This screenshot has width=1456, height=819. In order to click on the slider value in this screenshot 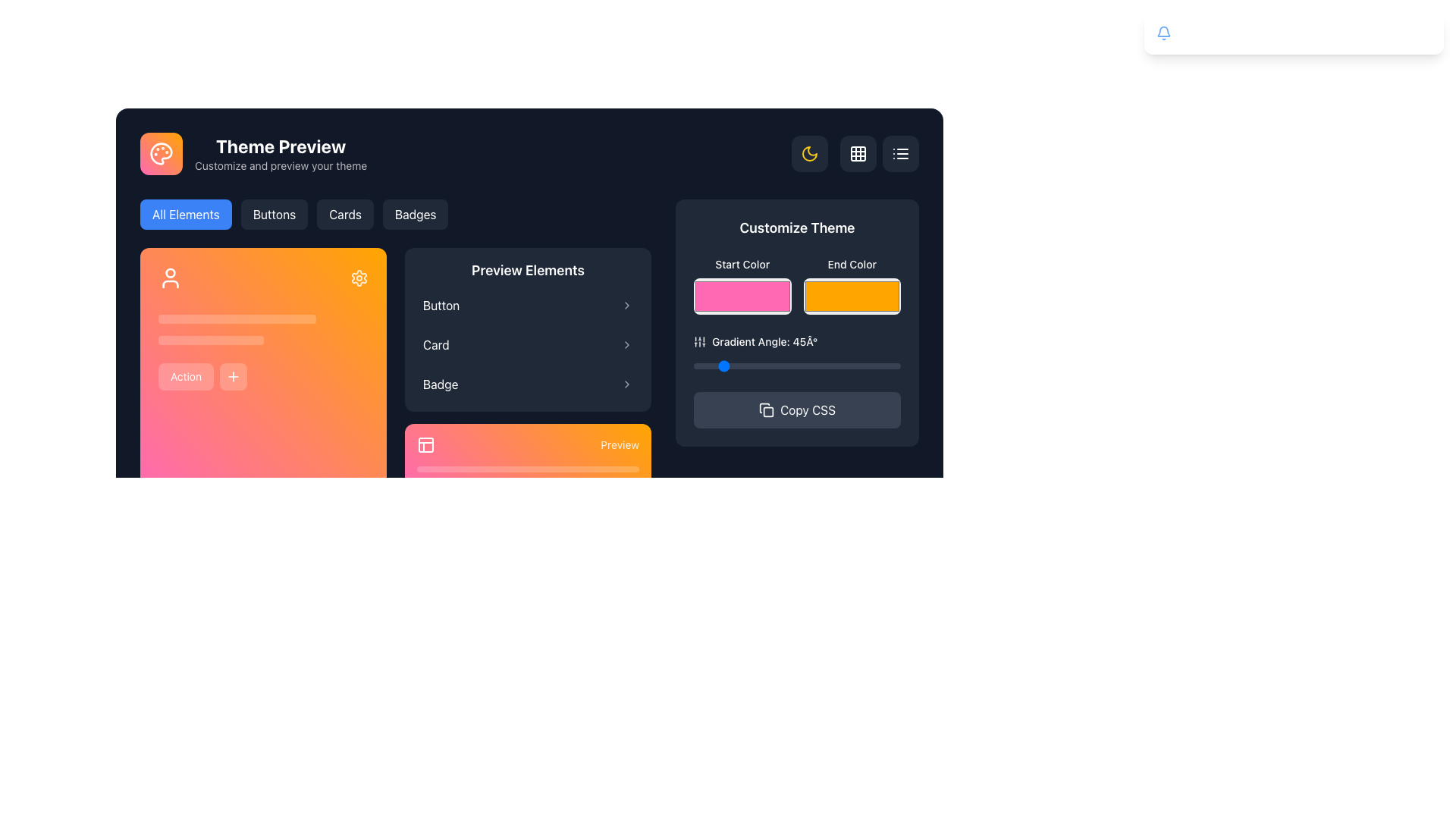, I will do `click(755, 366)`.